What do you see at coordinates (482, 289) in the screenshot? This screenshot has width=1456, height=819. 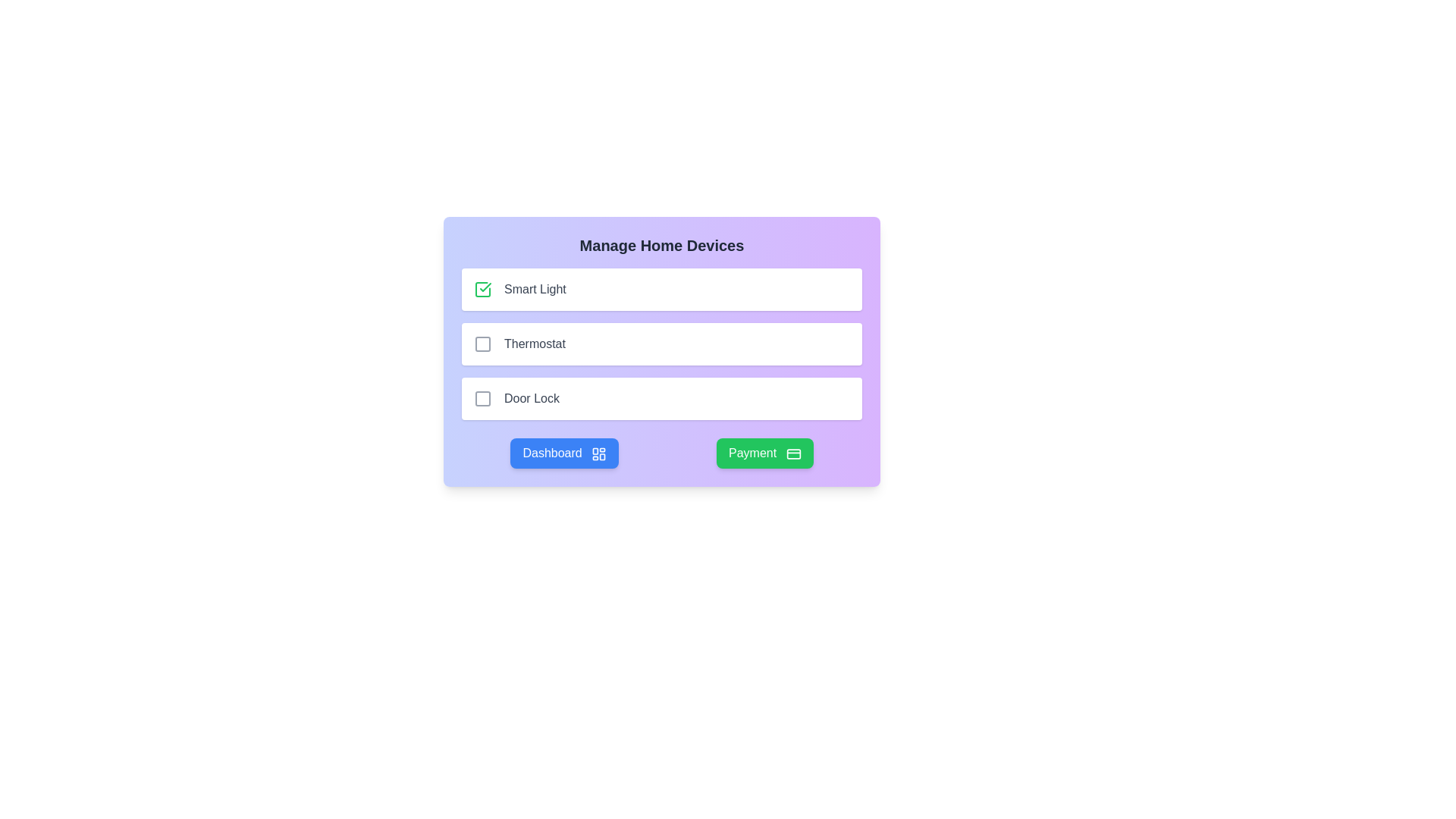 I see `the checkbox for 'Smart Light'` at bounding box center [482, 289].